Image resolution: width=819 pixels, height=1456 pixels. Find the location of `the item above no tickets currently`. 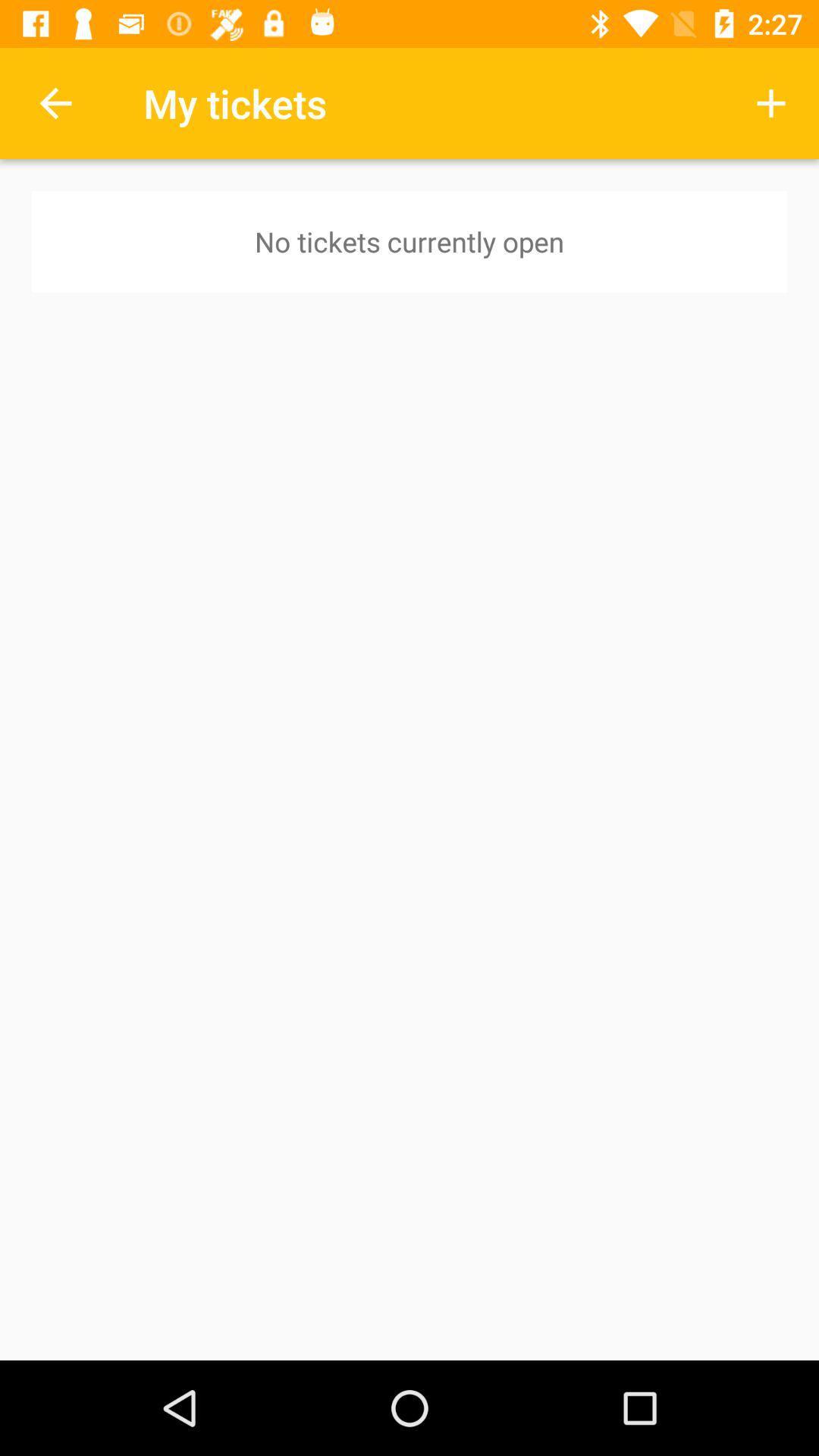

the item above no tickets currently is located at coordinates (771, 102).